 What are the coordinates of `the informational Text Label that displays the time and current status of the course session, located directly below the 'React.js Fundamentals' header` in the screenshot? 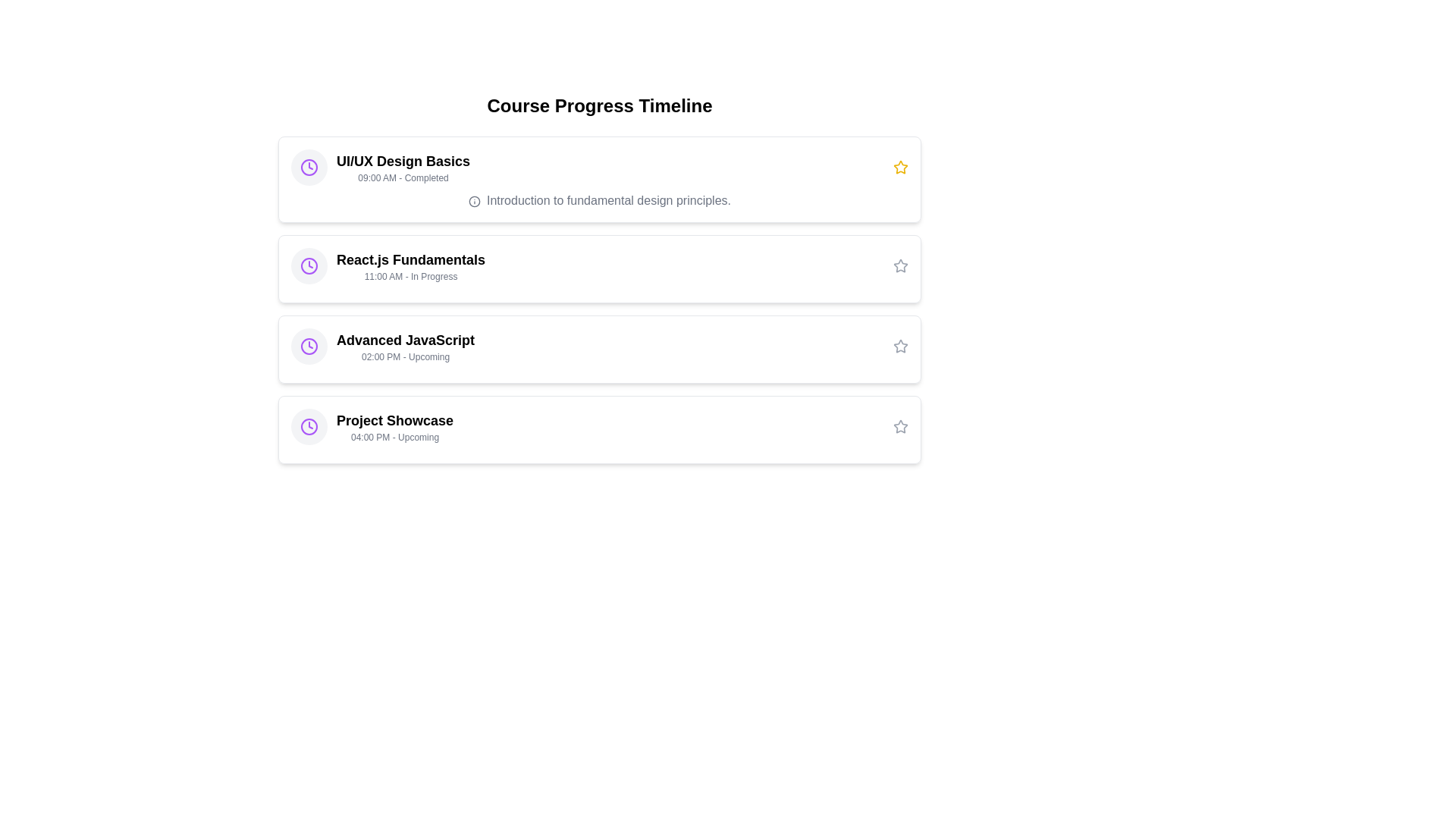 It's located at (411, 277).